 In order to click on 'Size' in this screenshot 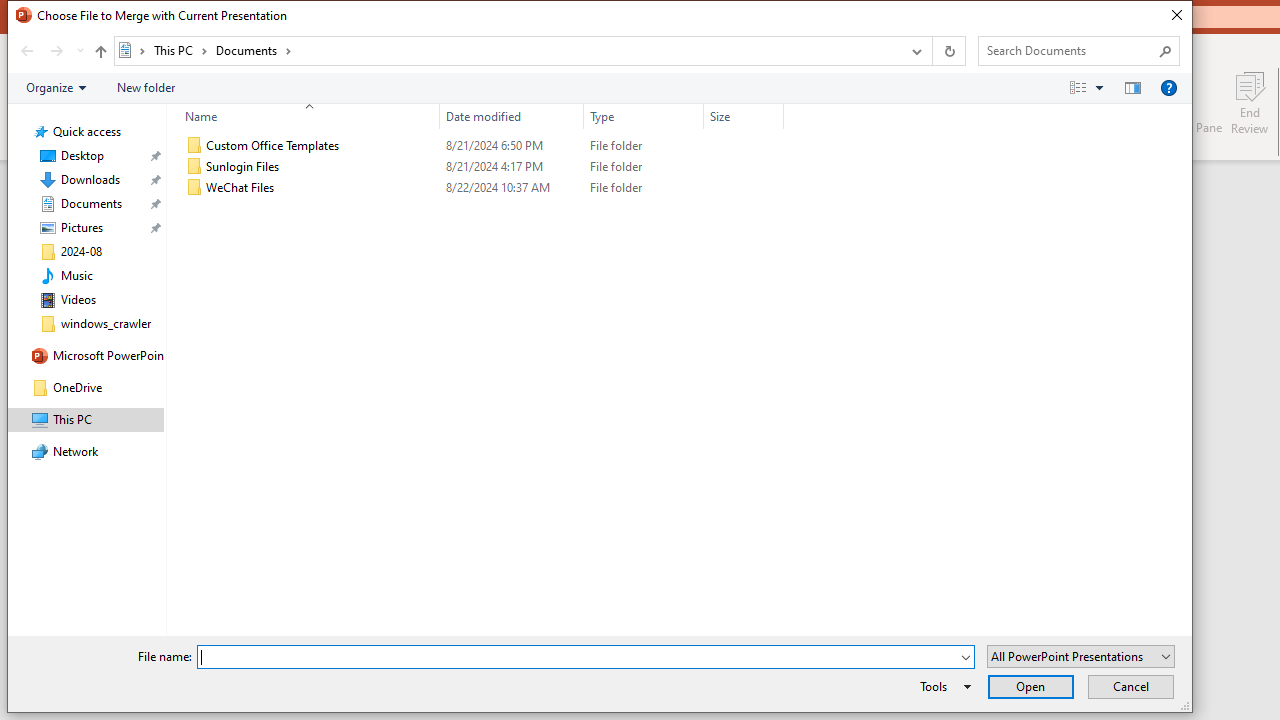, I will do `click(742, 116)`.